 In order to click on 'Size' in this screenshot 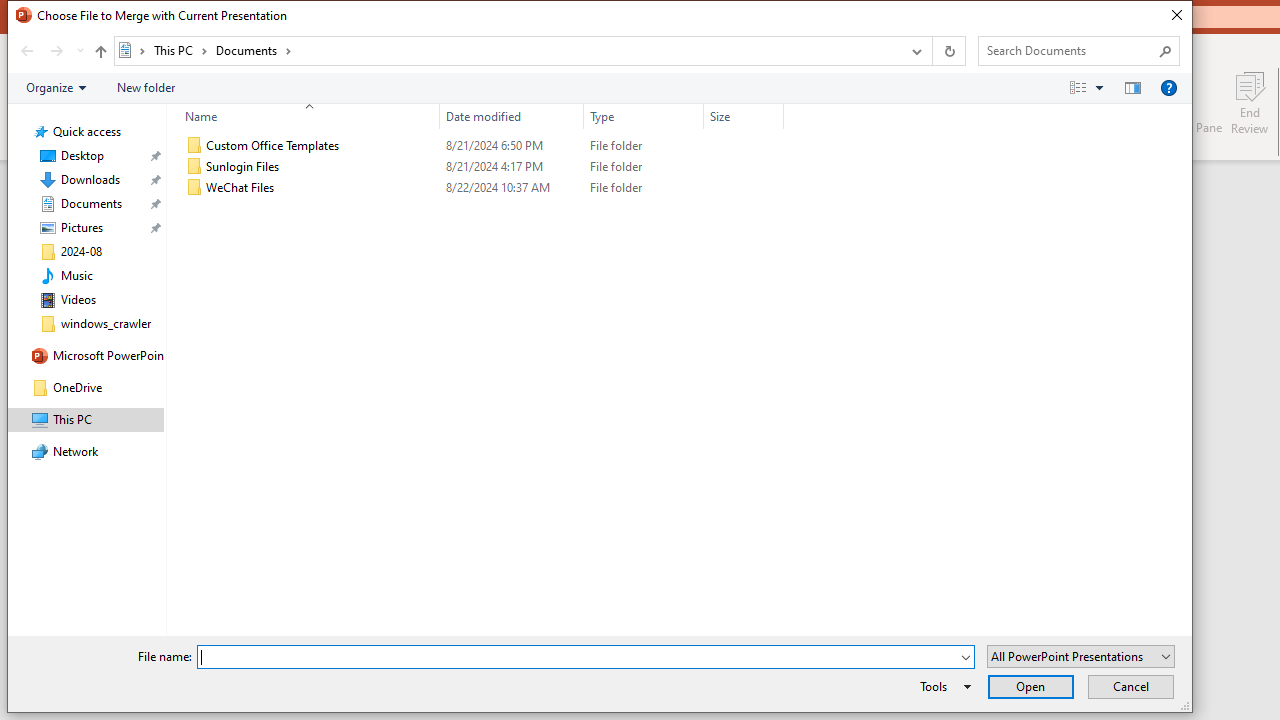, I will do `click(742, 116)`.